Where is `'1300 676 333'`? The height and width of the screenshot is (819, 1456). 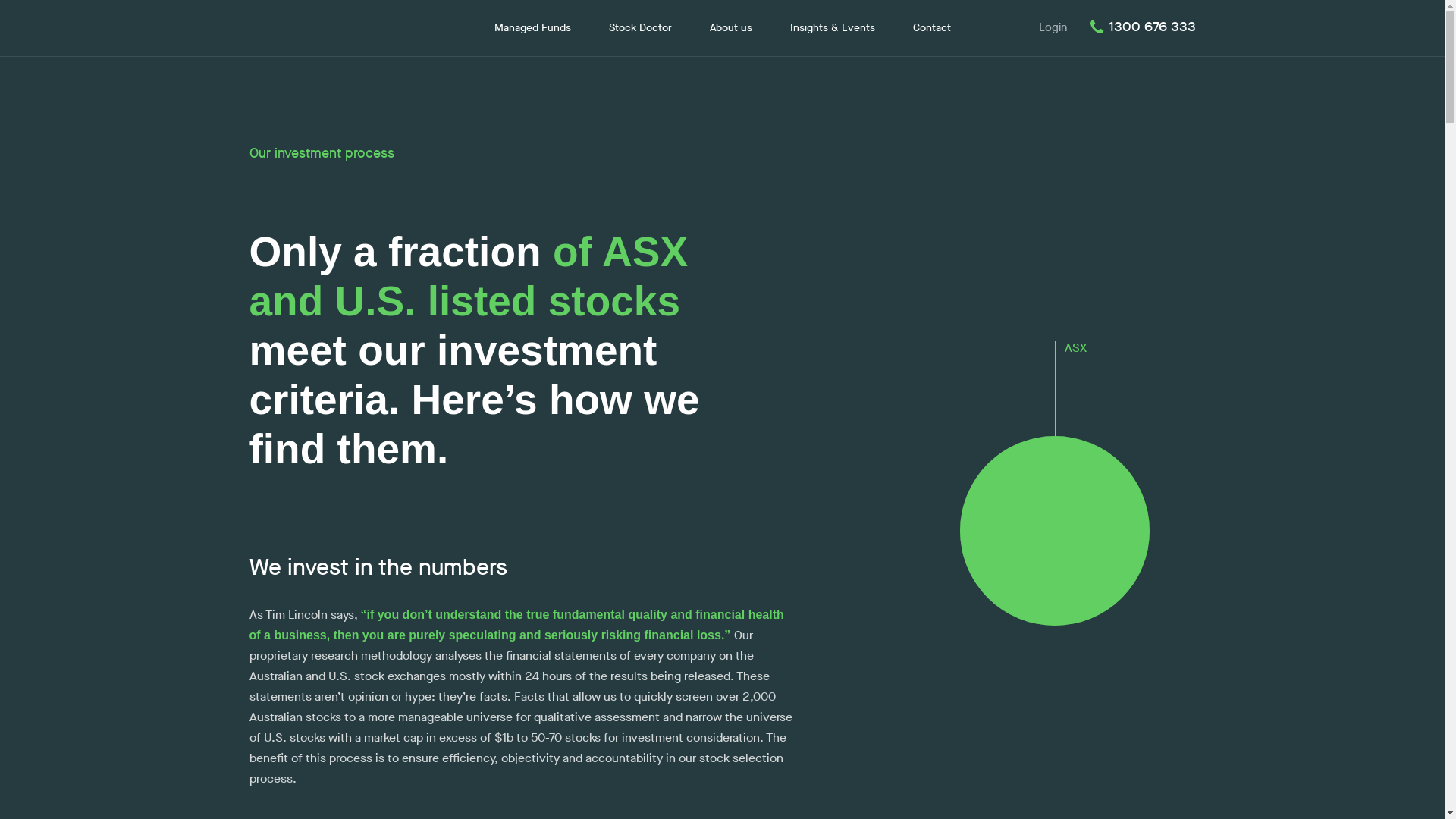 '1300 676 333' is located at coordinates (1084, 27).